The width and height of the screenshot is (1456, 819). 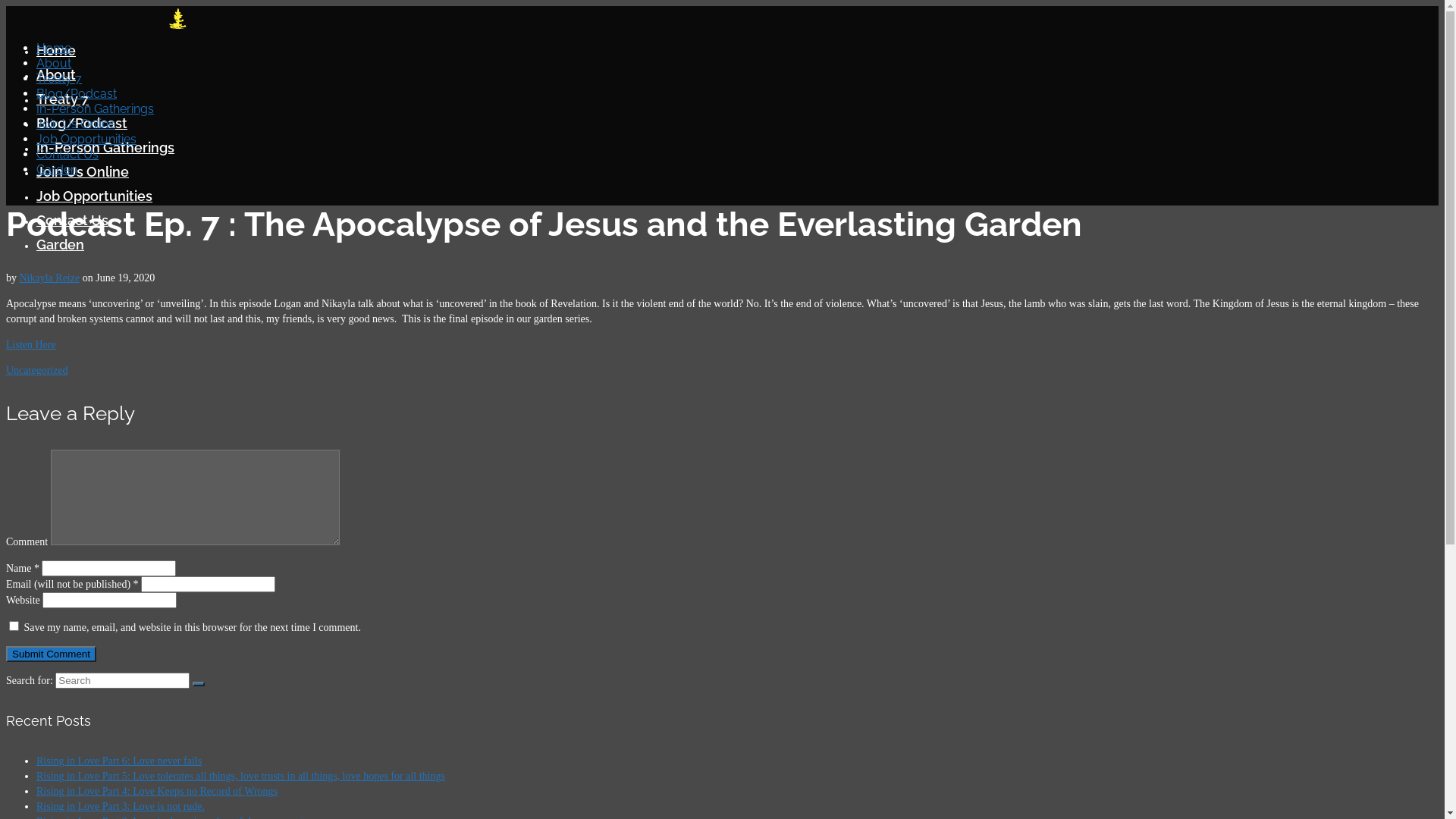 What do you see at coordinates (82, 171) in the screenshot?
I see `'Join Us Online'` at bounding box center [82, 171].